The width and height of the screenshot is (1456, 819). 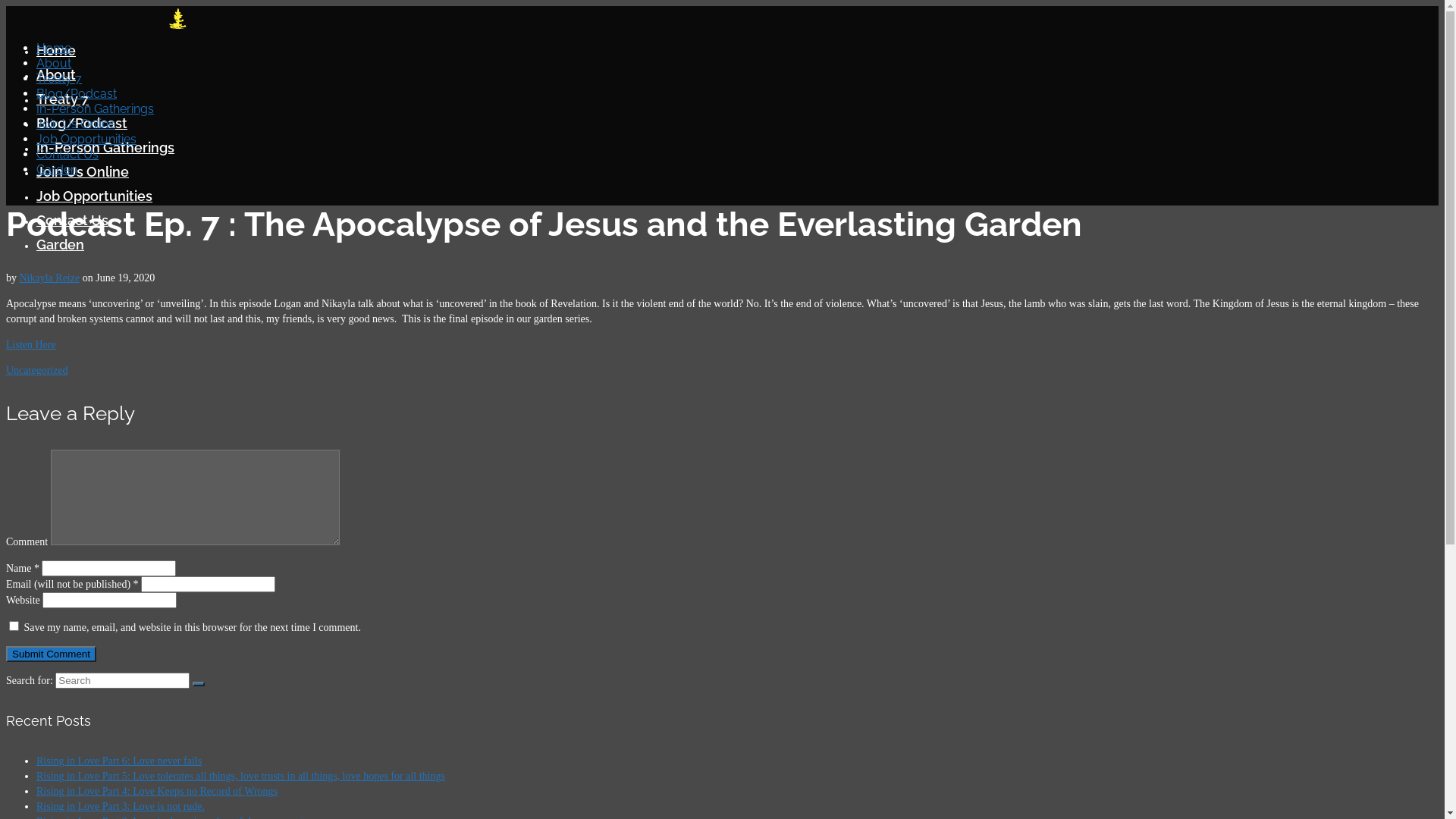 What do you see at coordinates (82, 171) in the screenshot?
I see `'Join Us Online'` at bounding box center [82, 171].